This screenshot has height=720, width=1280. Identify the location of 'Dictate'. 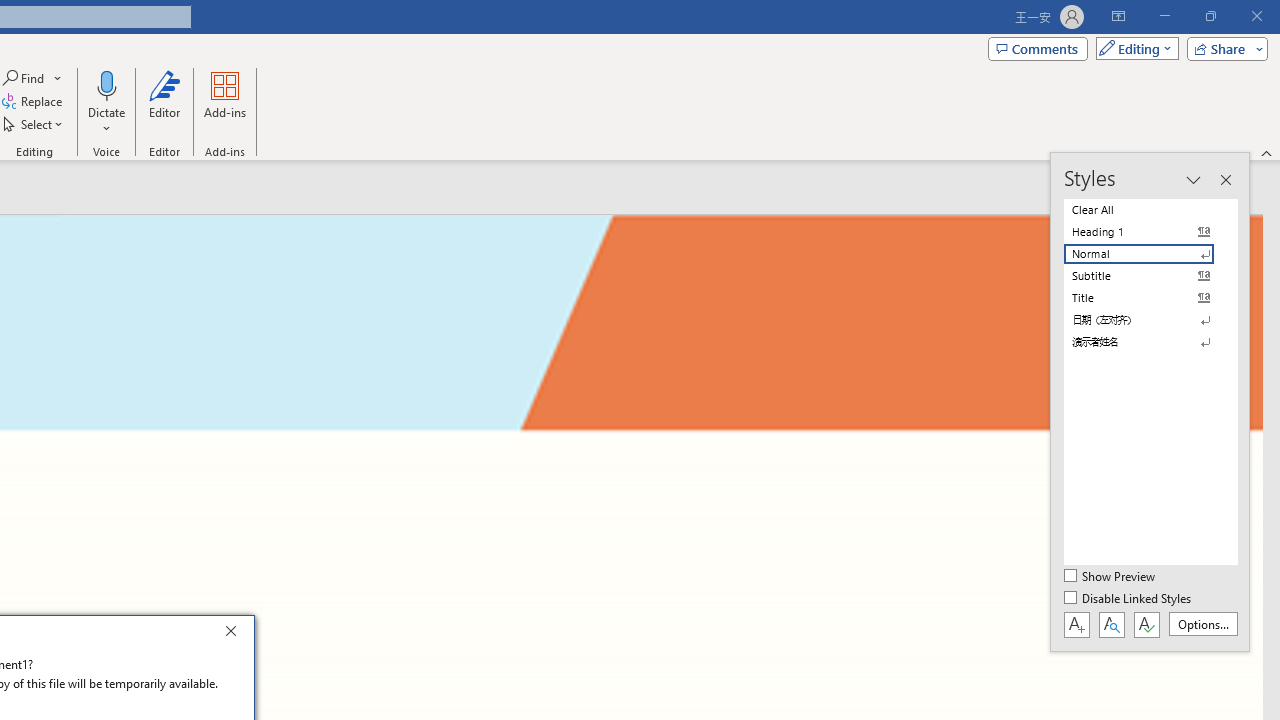
(105, 103).